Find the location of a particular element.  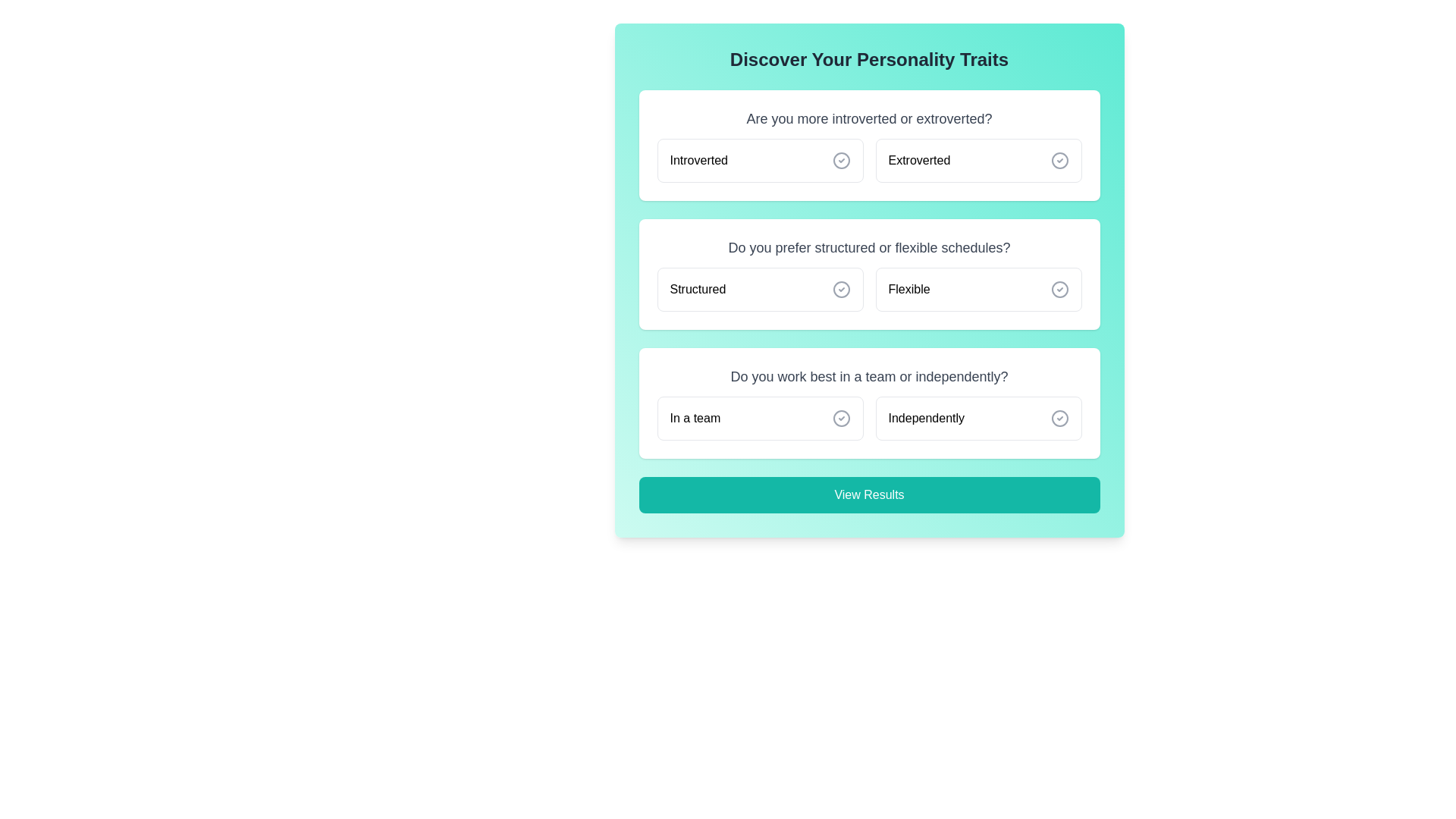

the text label displaying the word 'Structured', which is styled in black and positioned in the second question block of the survey interface, next to a circular selection control is located at coordinates (697, 289).